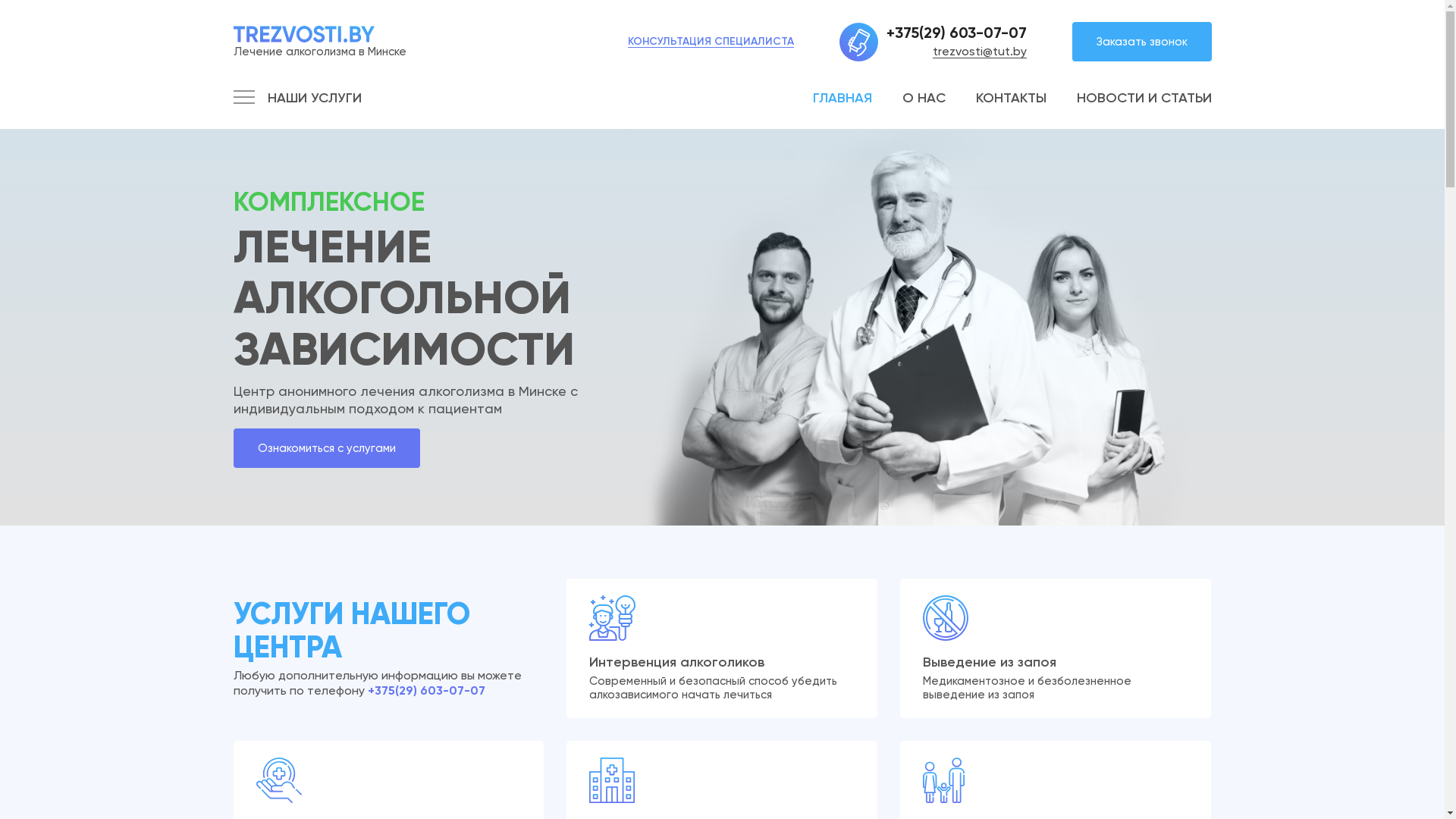  I want to click on '+375(29) 603-07-07', so click(425, 690).